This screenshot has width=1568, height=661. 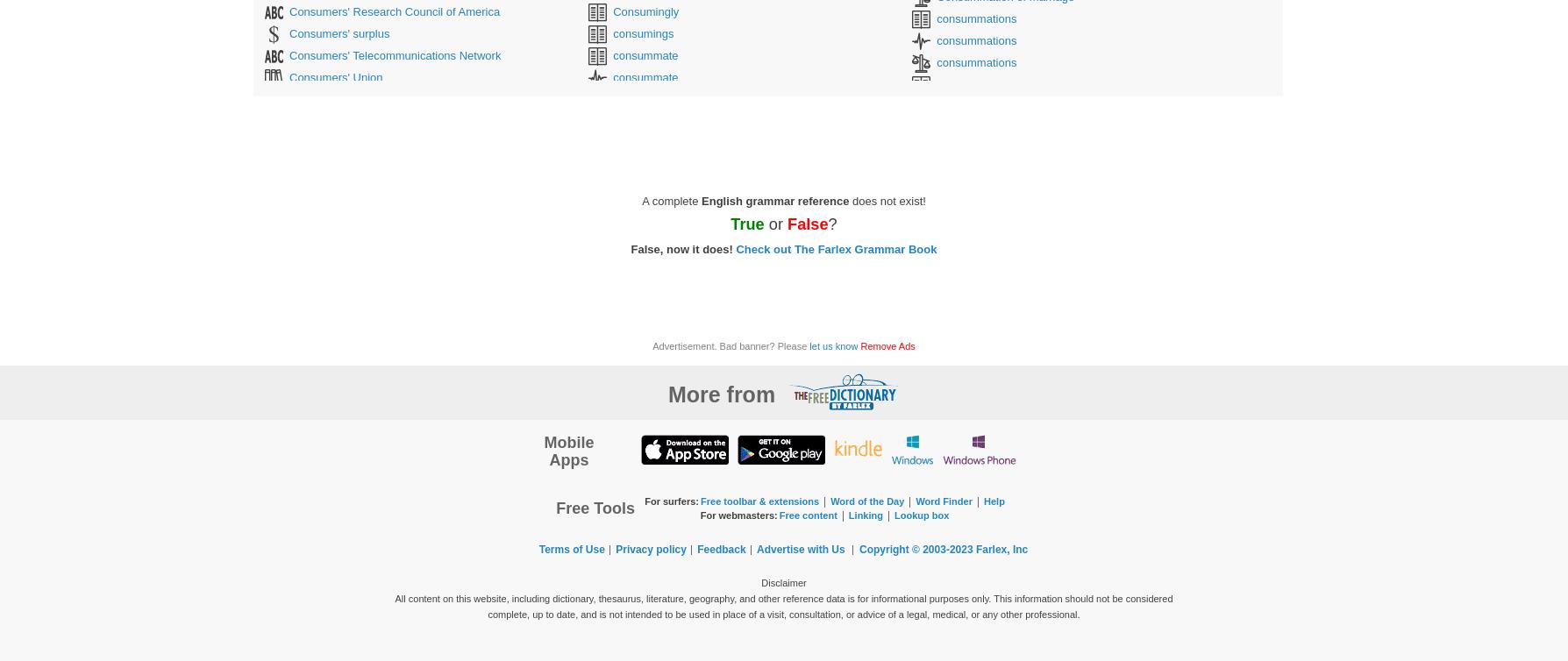 I want to click on 'More from', so click(x=720, y=394).